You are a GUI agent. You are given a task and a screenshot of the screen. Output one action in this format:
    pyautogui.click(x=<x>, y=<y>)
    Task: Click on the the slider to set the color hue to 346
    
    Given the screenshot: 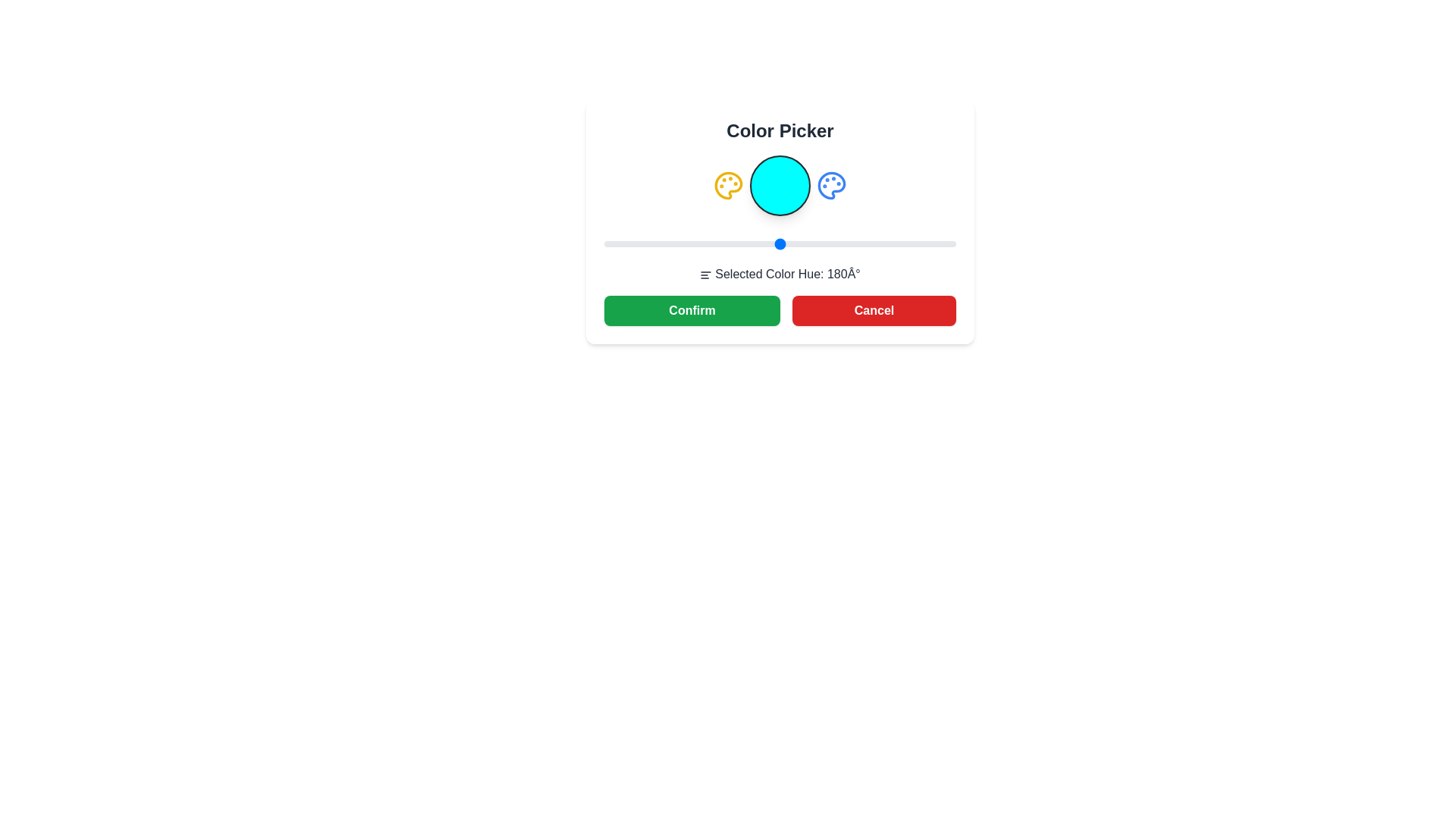 What is the action you would take?
    pyautogui.click(x=942, y=243)
    